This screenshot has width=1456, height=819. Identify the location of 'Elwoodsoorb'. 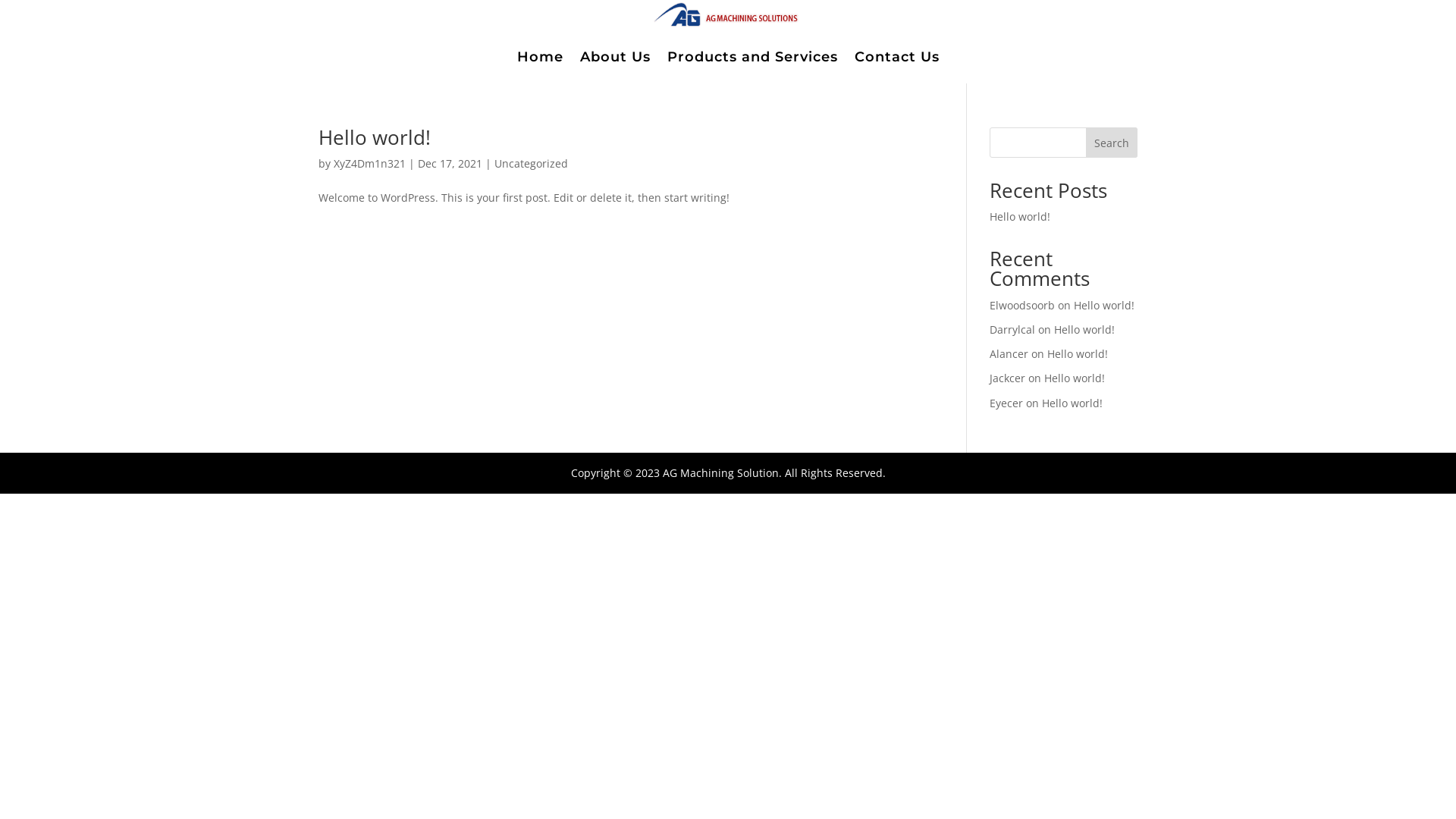
(1022, 305).